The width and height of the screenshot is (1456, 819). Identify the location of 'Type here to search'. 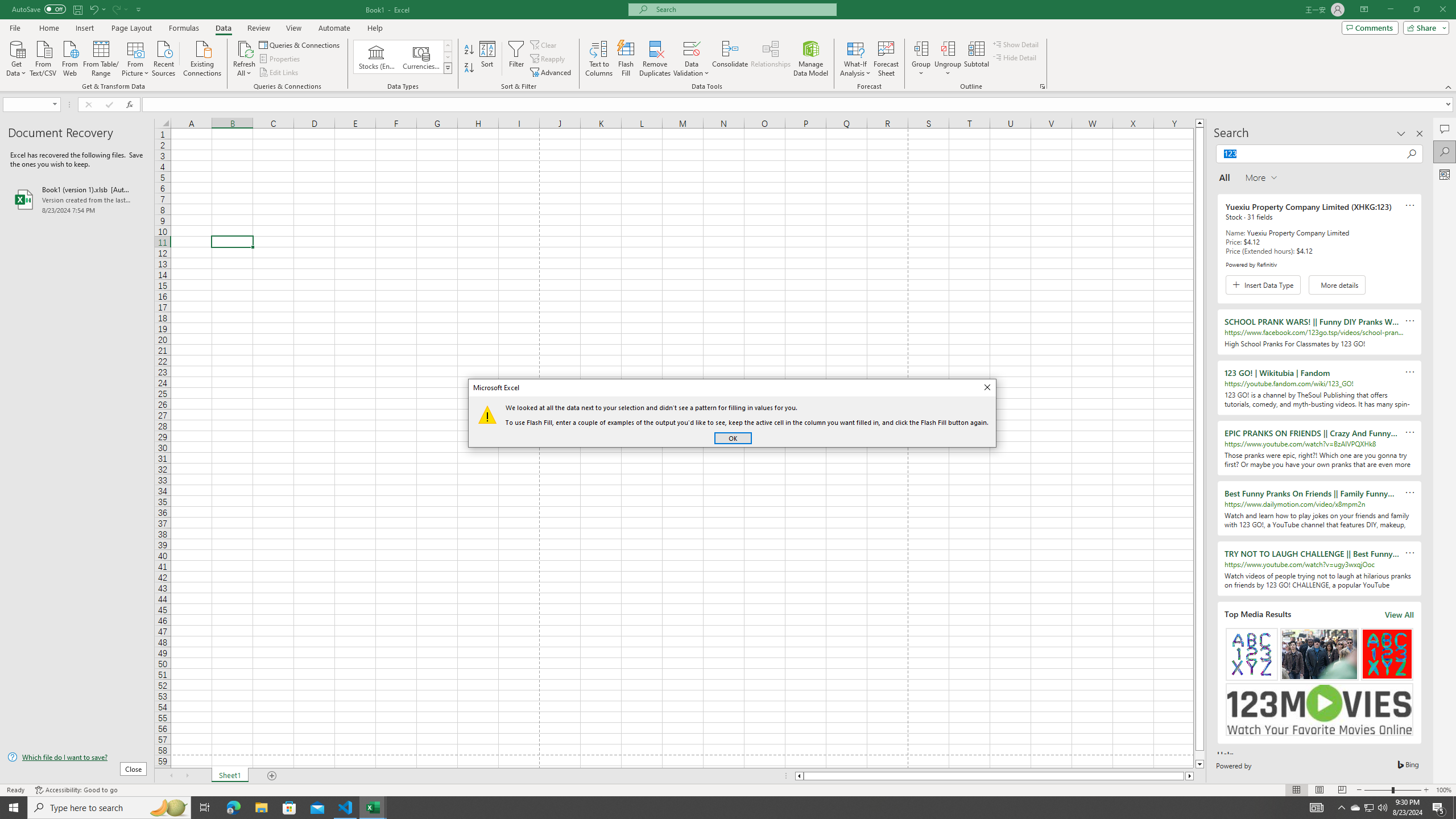
(109, 806).